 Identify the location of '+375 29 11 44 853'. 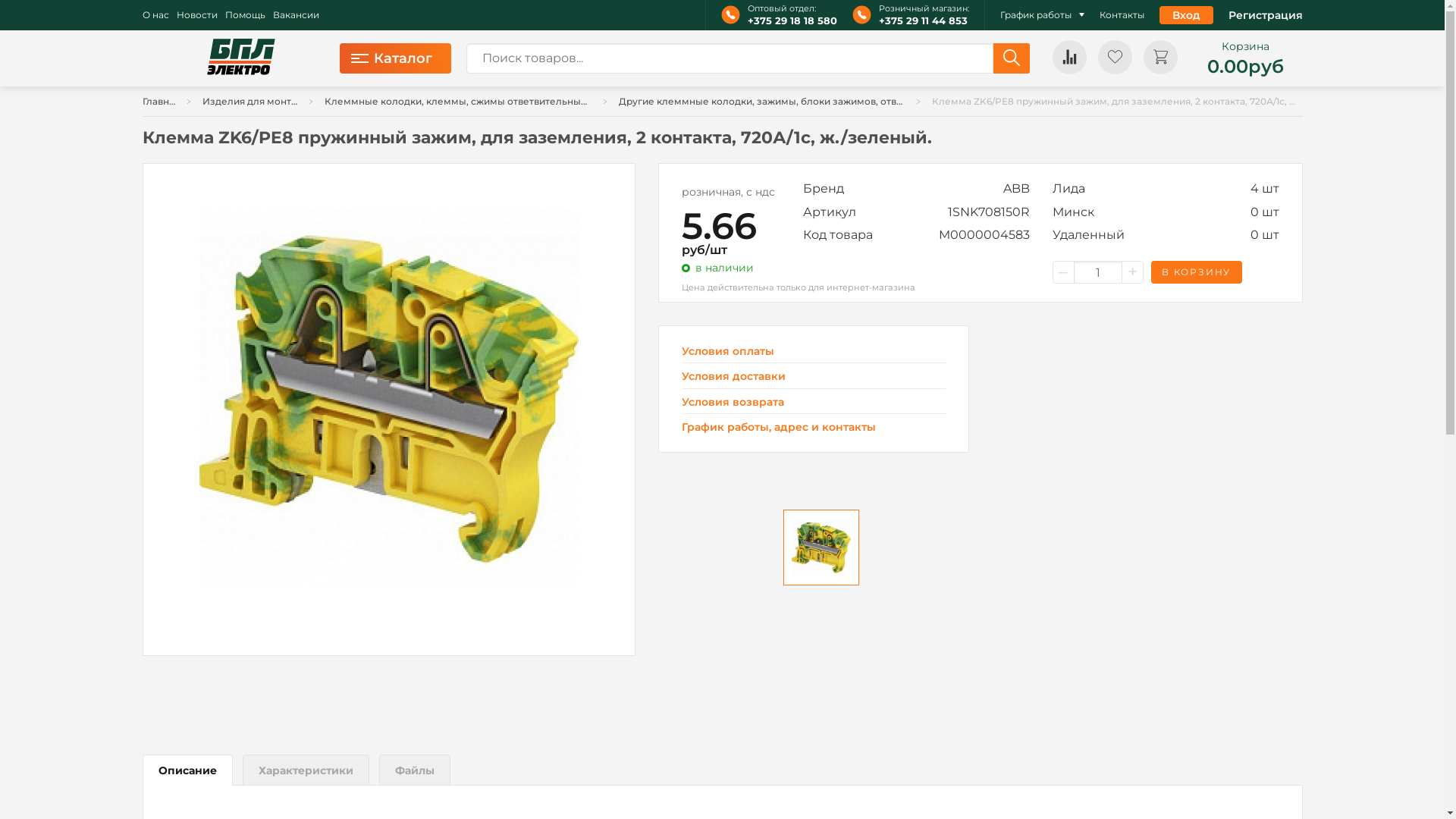
(877, 20).